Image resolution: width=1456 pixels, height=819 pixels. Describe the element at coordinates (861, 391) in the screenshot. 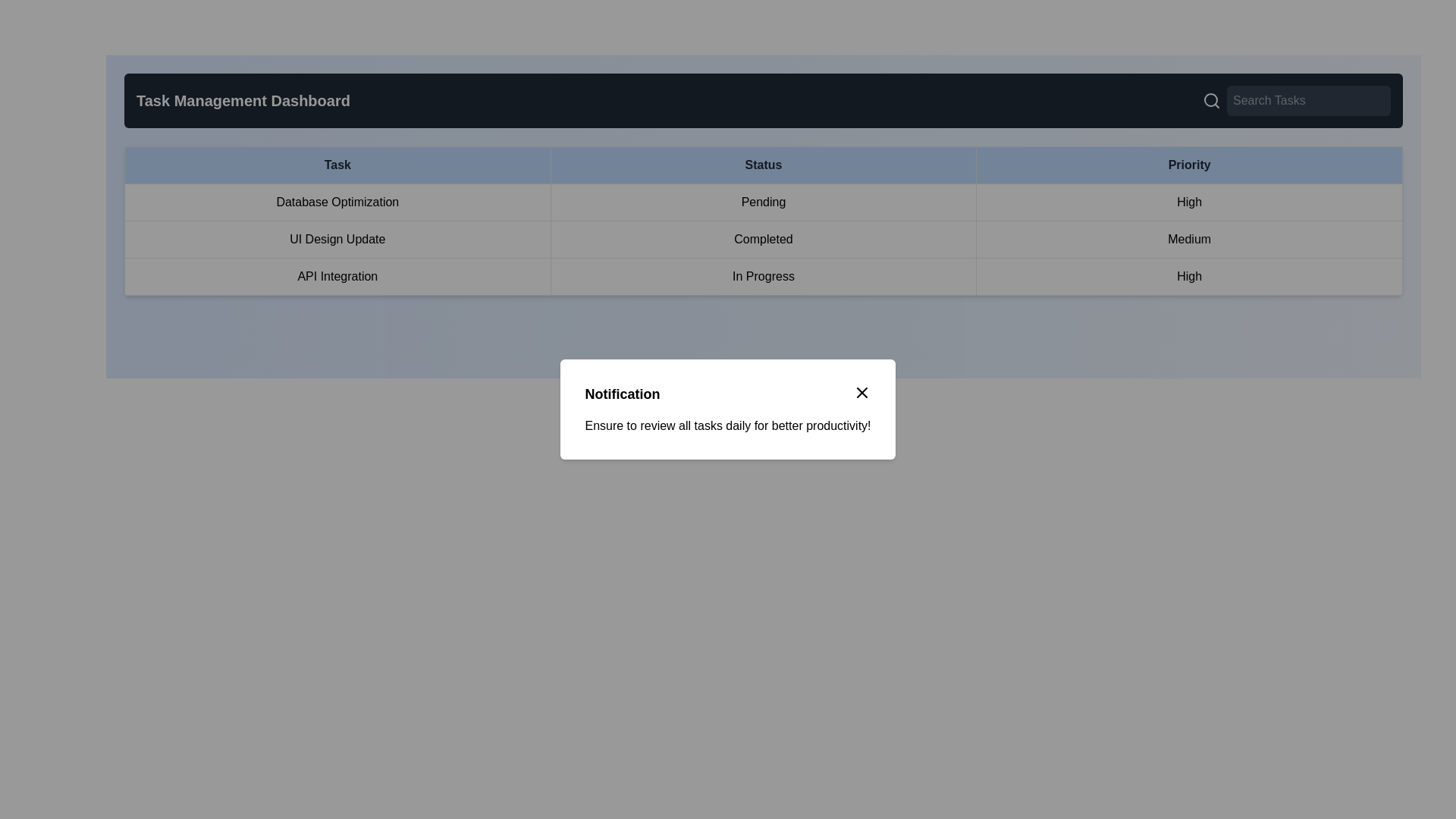

I see `the 'X' icon button in the notification popup` at that location.